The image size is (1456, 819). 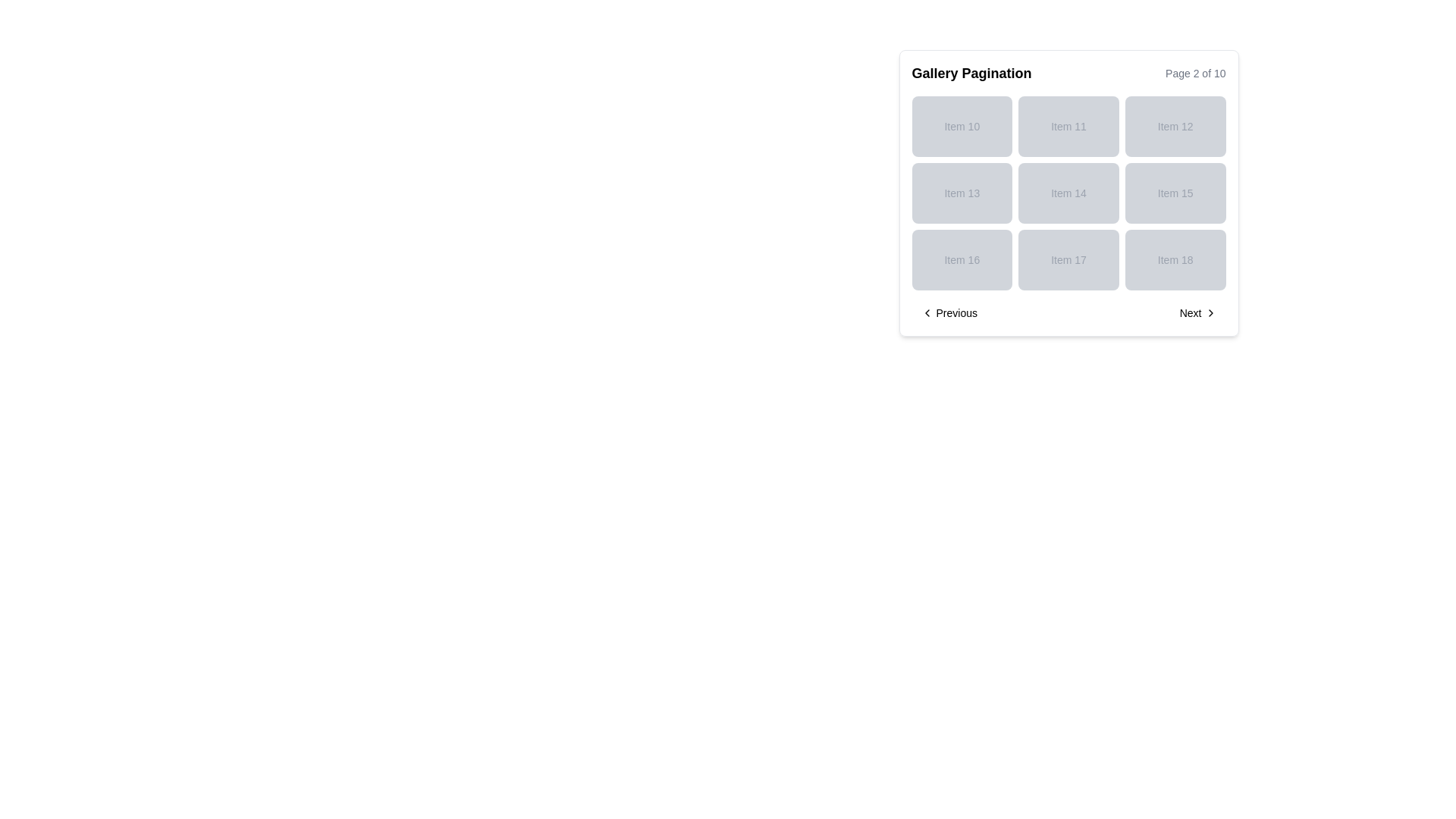 What do you see at coordinates (1194, 73) in the screenshot?
I see `the content of the static text label indicating the current page of the paginated gallery, specifically 'Page 2 of 10'` at bounding box center [1194, 73].